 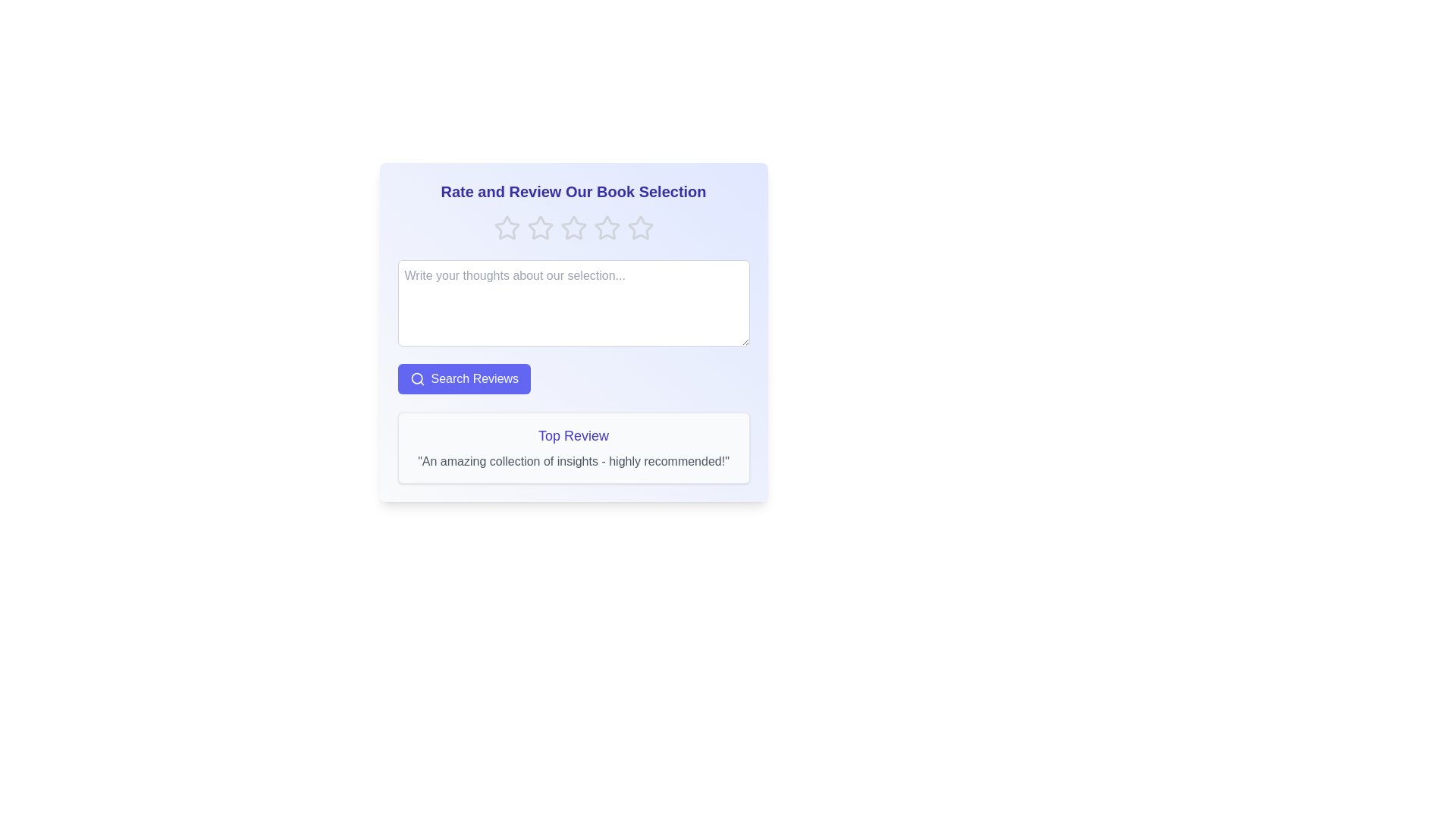 What do you see at coordinates (573, 227) in the screenshot?
I see `the star corresponding to 3 to preview the rating` at bounding box center [573, 227].